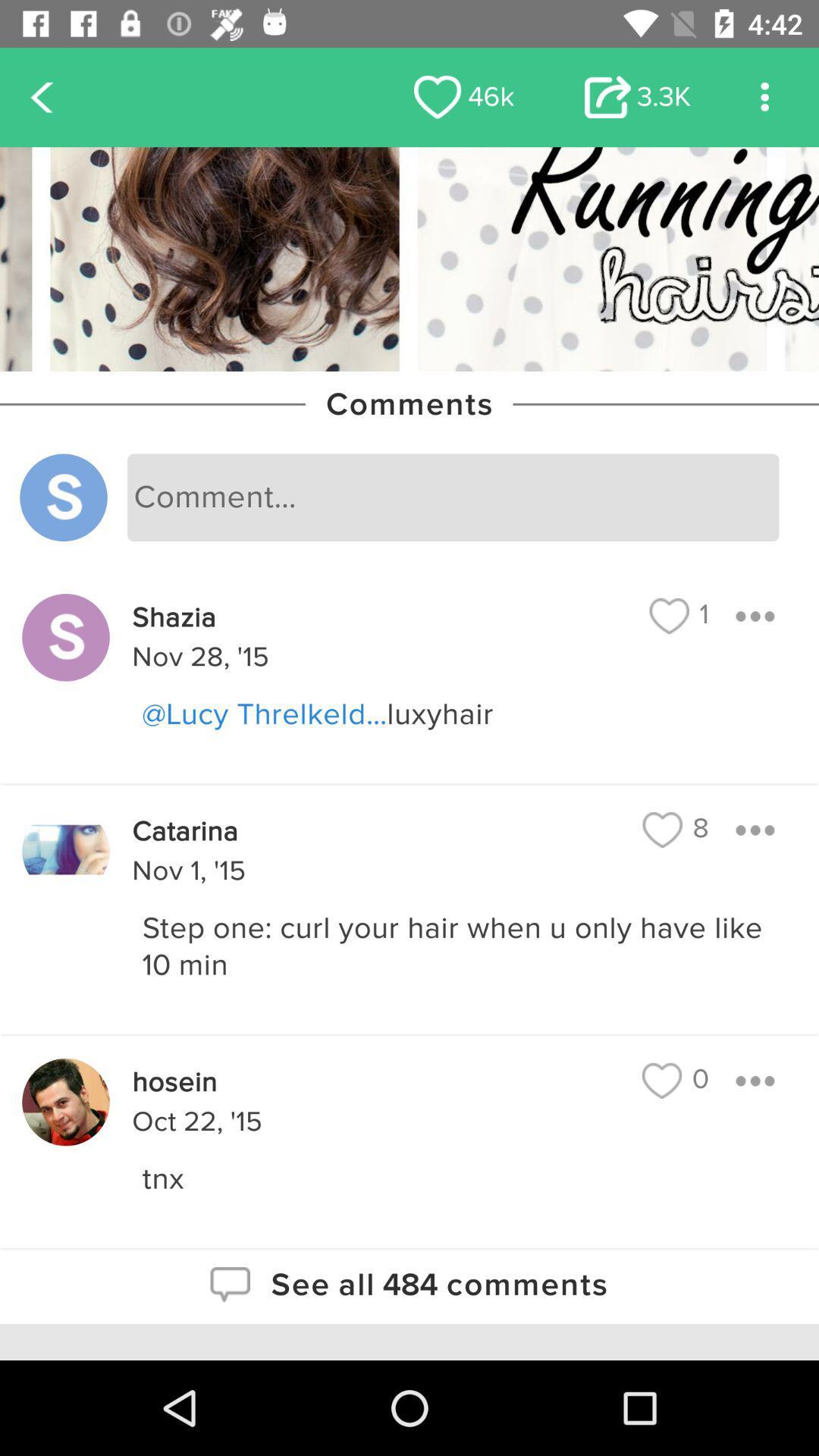 This screenshot has height=1456, width=819. What do you see at coordinates (675, 829) in the screenshot?
I see `the 8` at bounding box center [675, 829].